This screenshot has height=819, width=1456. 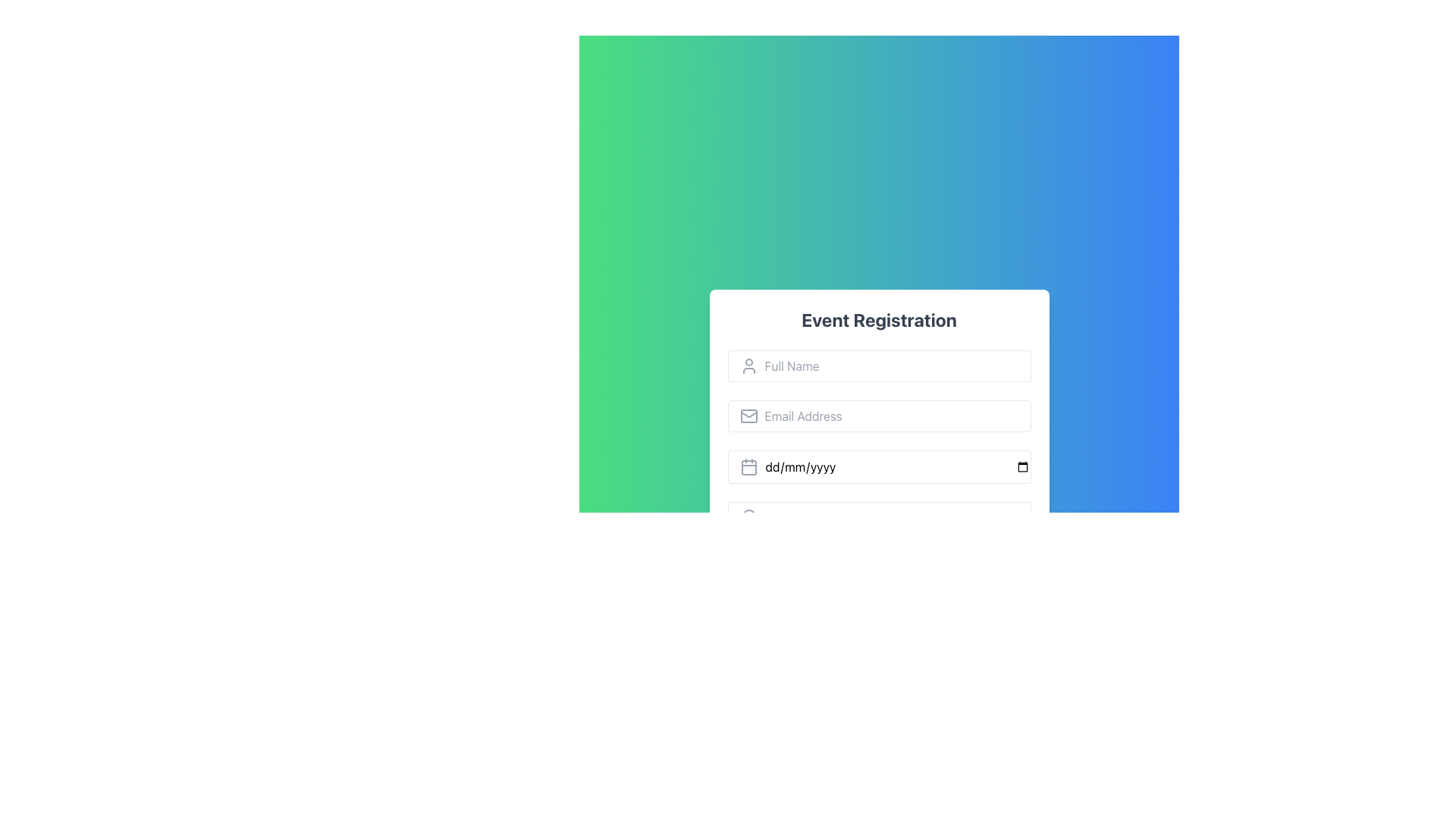 I want to click on the pin-shaped icon representing a location marker in the fourth section of the 'Event Registration' form, positioned near the left edge of the input field, so click(x=748, y=516).